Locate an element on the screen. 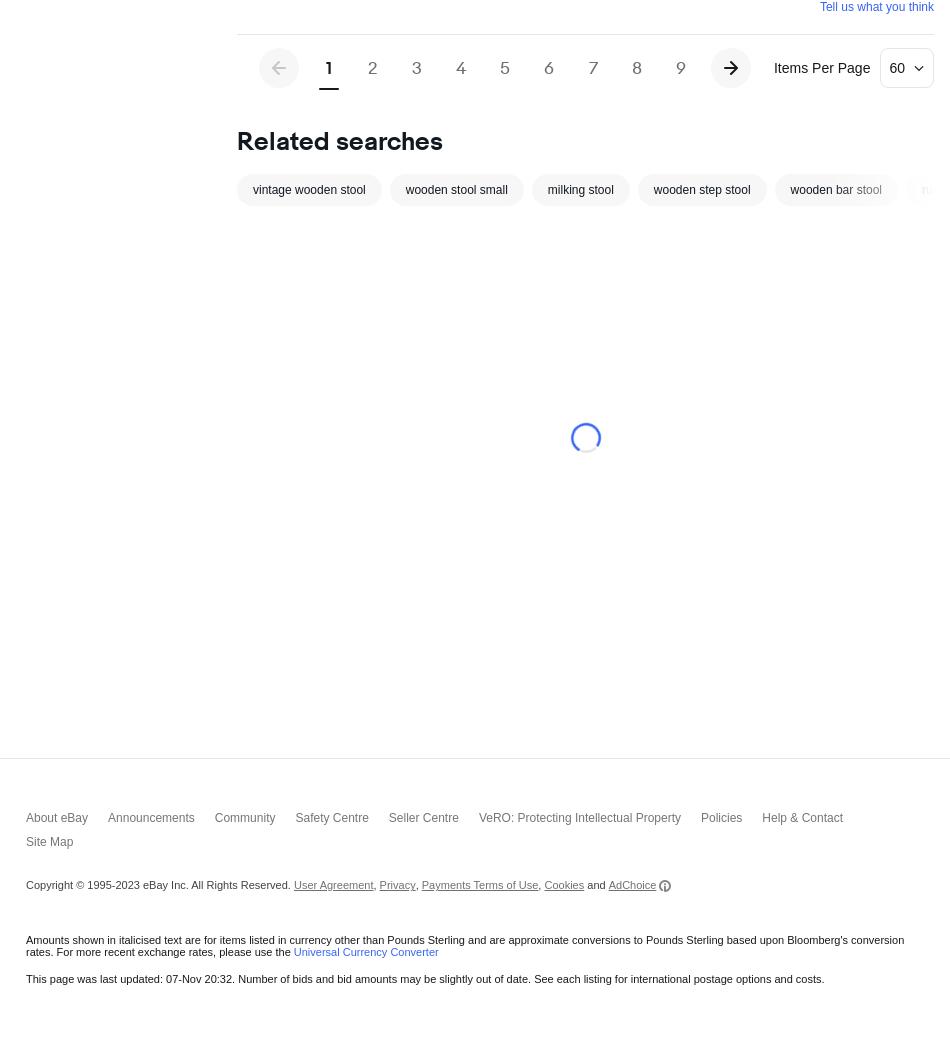 The image size is (950, 1050). '7' is located at coordinates (587, 66).